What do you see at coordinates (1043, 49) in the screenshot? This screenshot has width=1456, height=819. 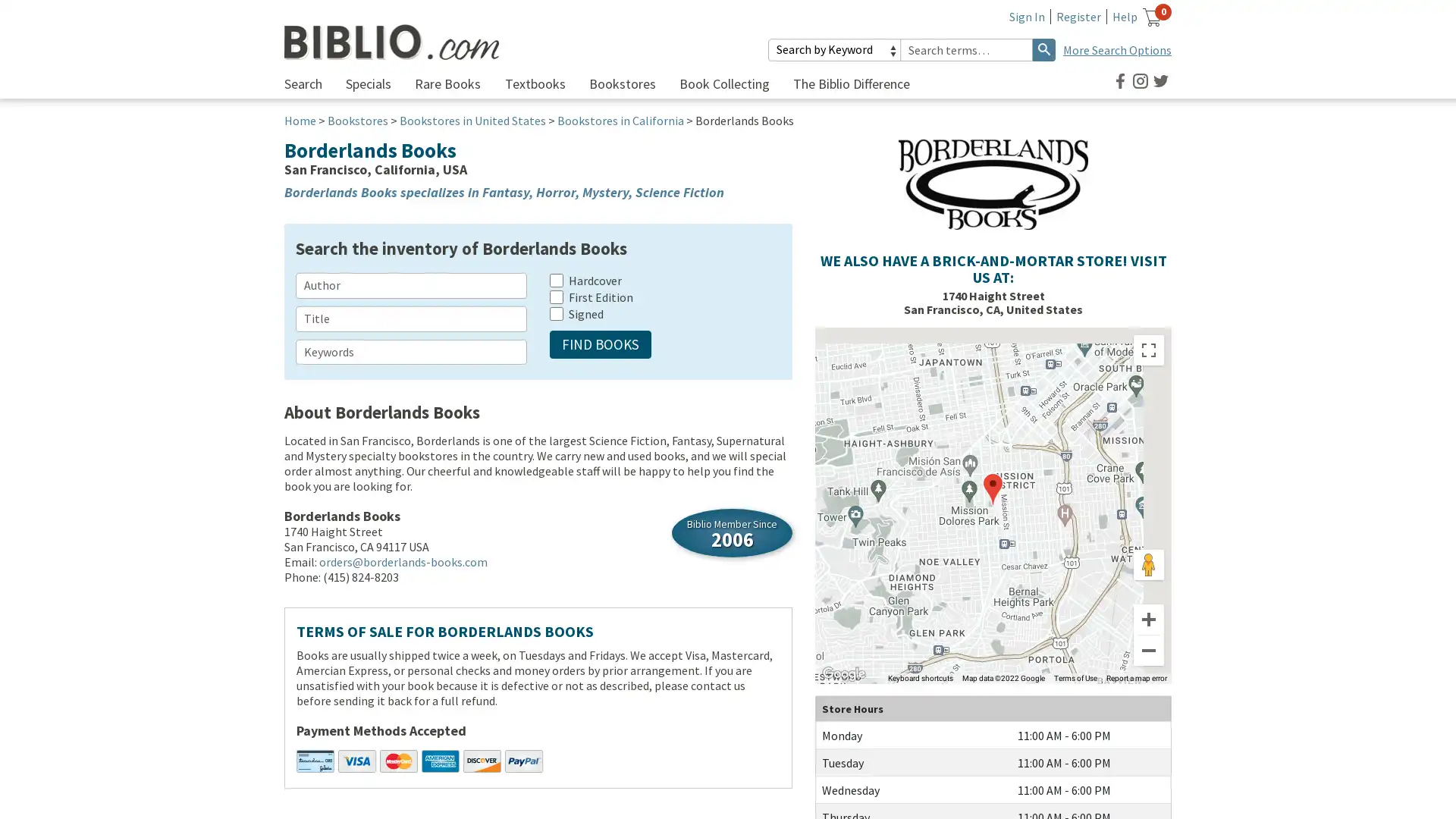 I see `Search` at bounding box center [1043, 49].